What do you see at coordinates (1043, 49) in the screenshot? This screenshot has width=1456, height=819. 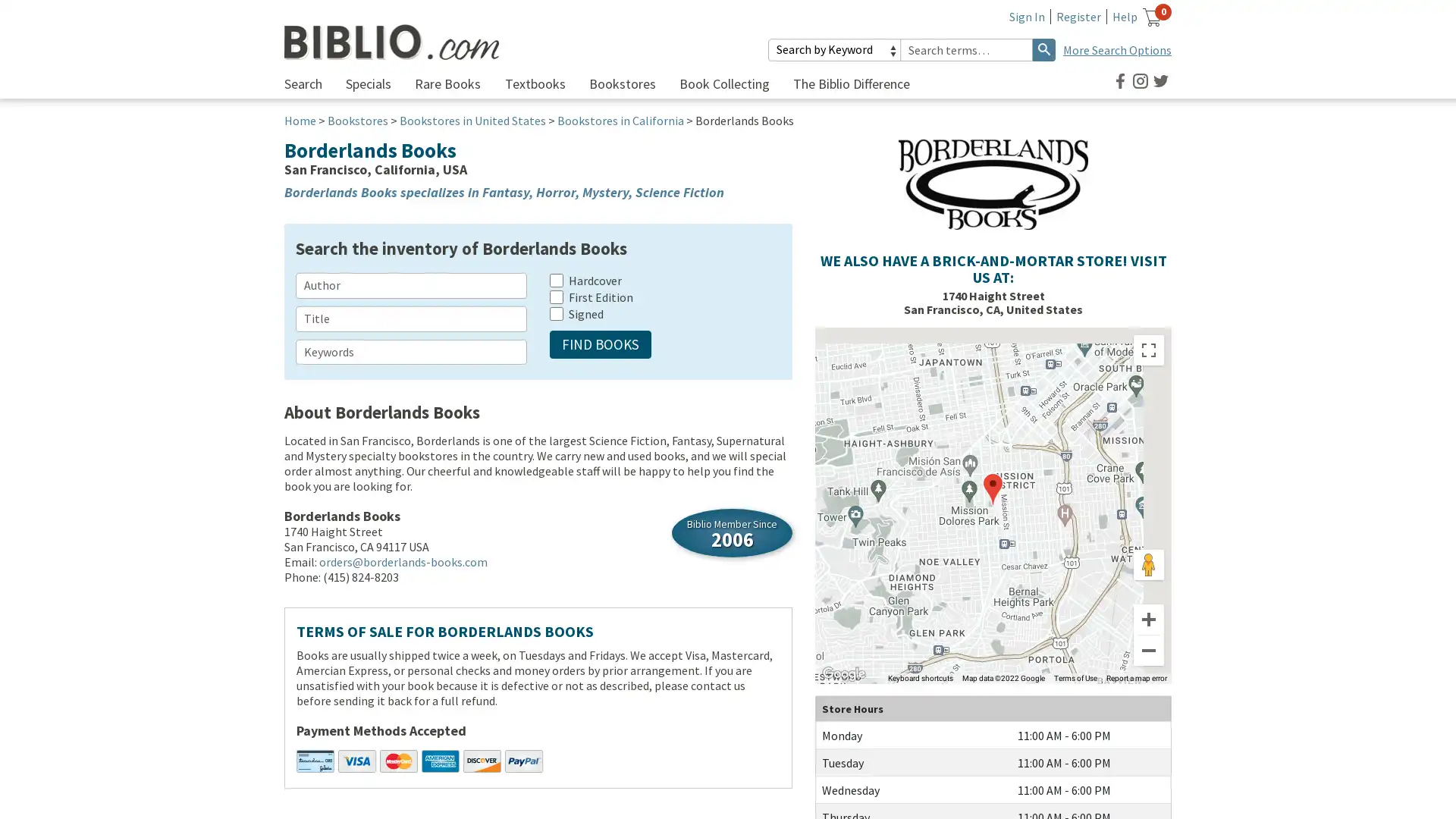 I see `Search` at bounding box center [1043, 49].